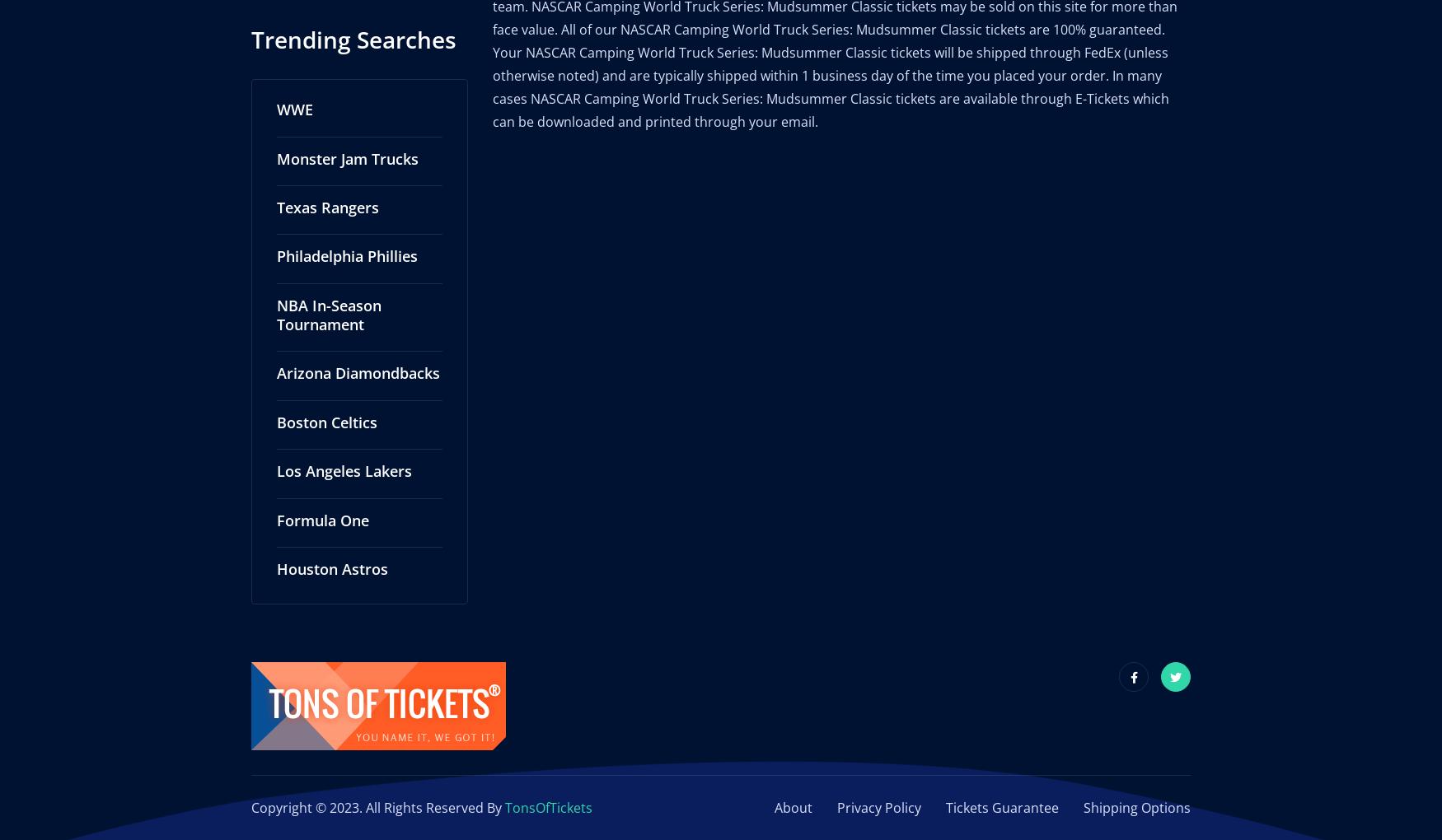  I want to click on 'About', so click(794, 789).